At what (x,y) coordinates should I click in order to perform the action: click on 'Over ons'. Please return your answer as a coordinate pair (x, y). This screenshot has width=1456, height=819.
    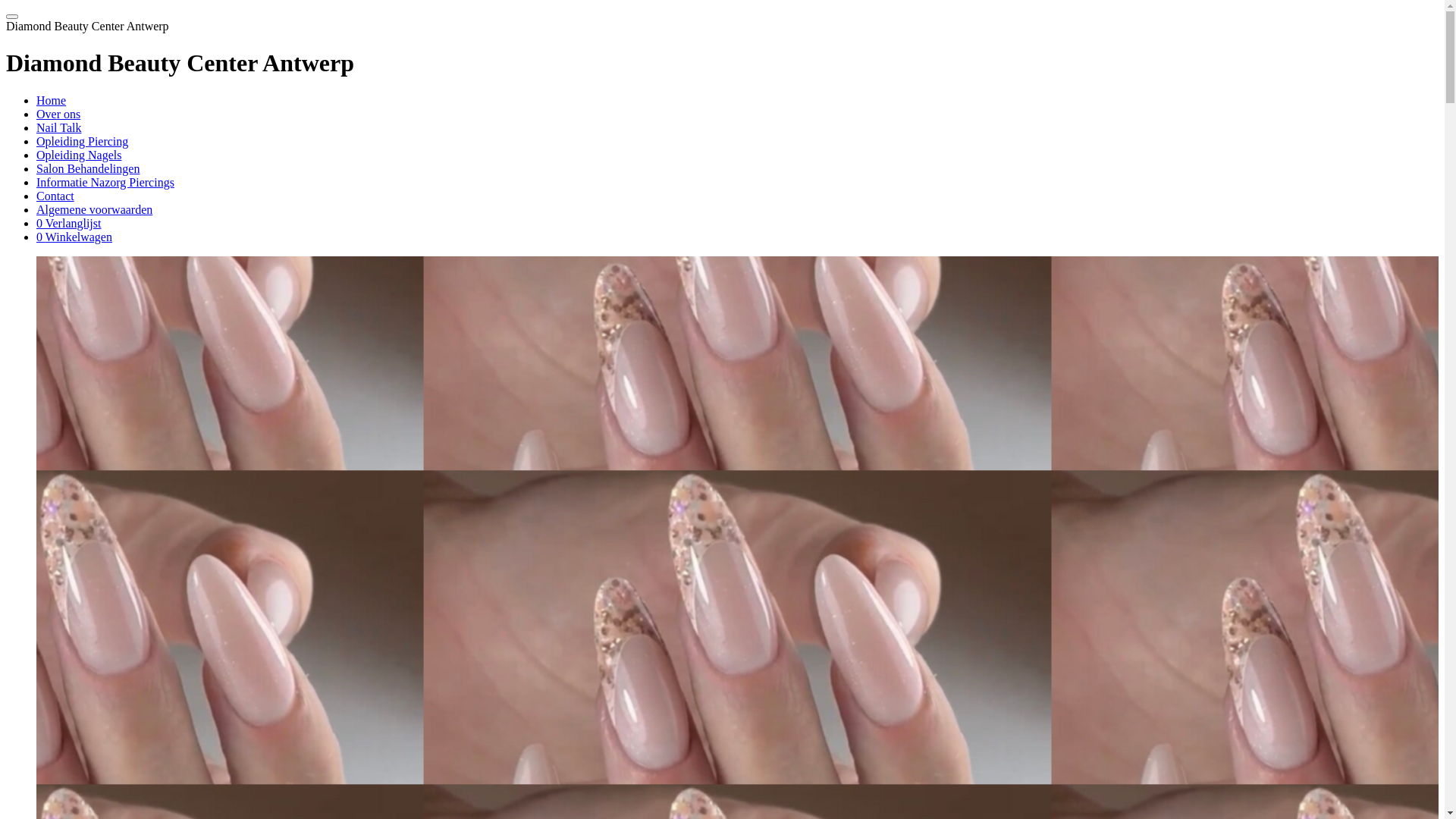
    Looking at the image, I should click on (58, 113).